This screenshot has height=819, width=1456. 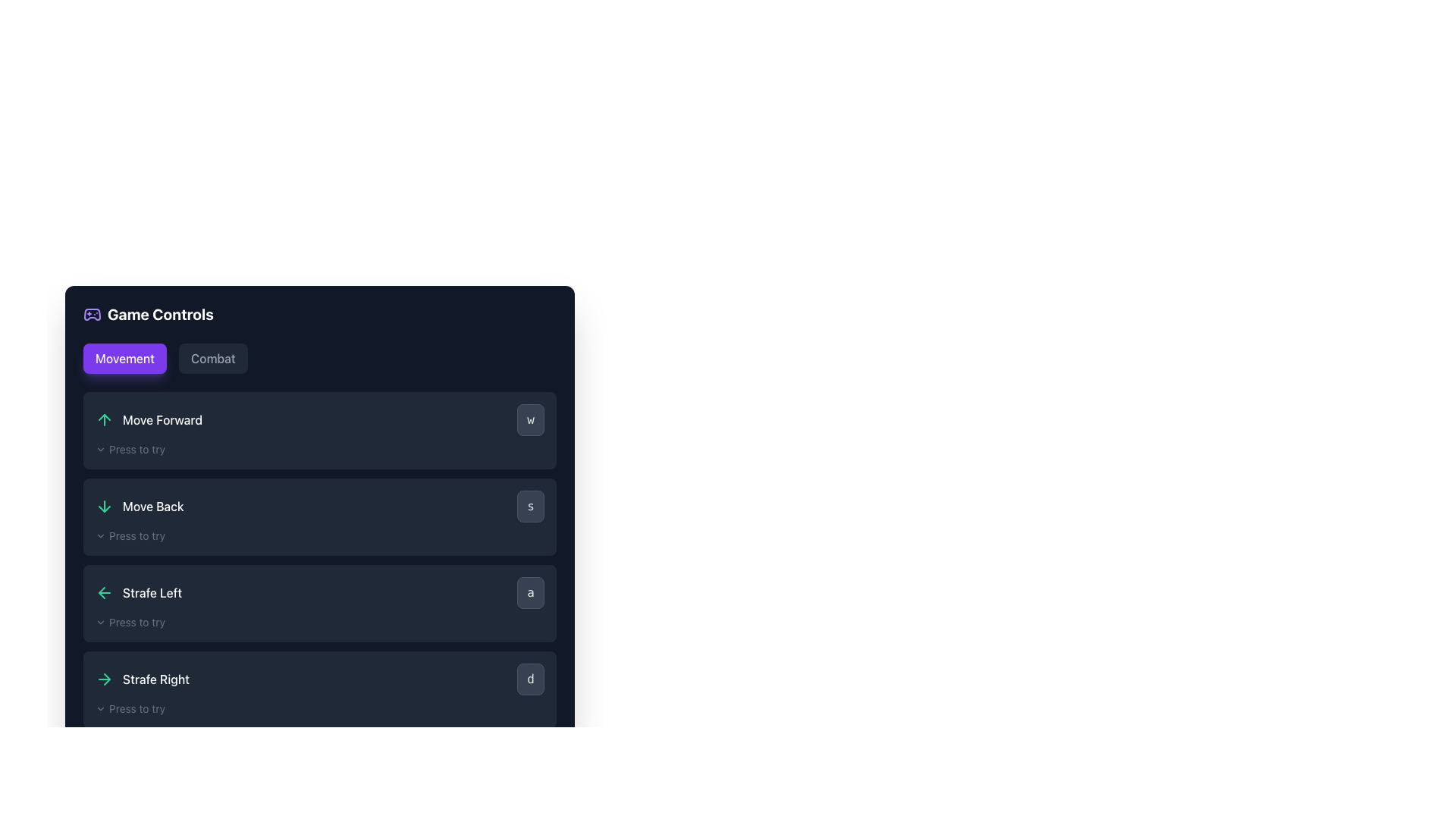 What do you see at coordinates (156, 678) in the screenshot?
I see `'Strafe Right' text label located towards the bottom of the 'Movement' section panel, which is the fourth text label in a vertical list of movement control descriptors` at bounding box center [156, 678].